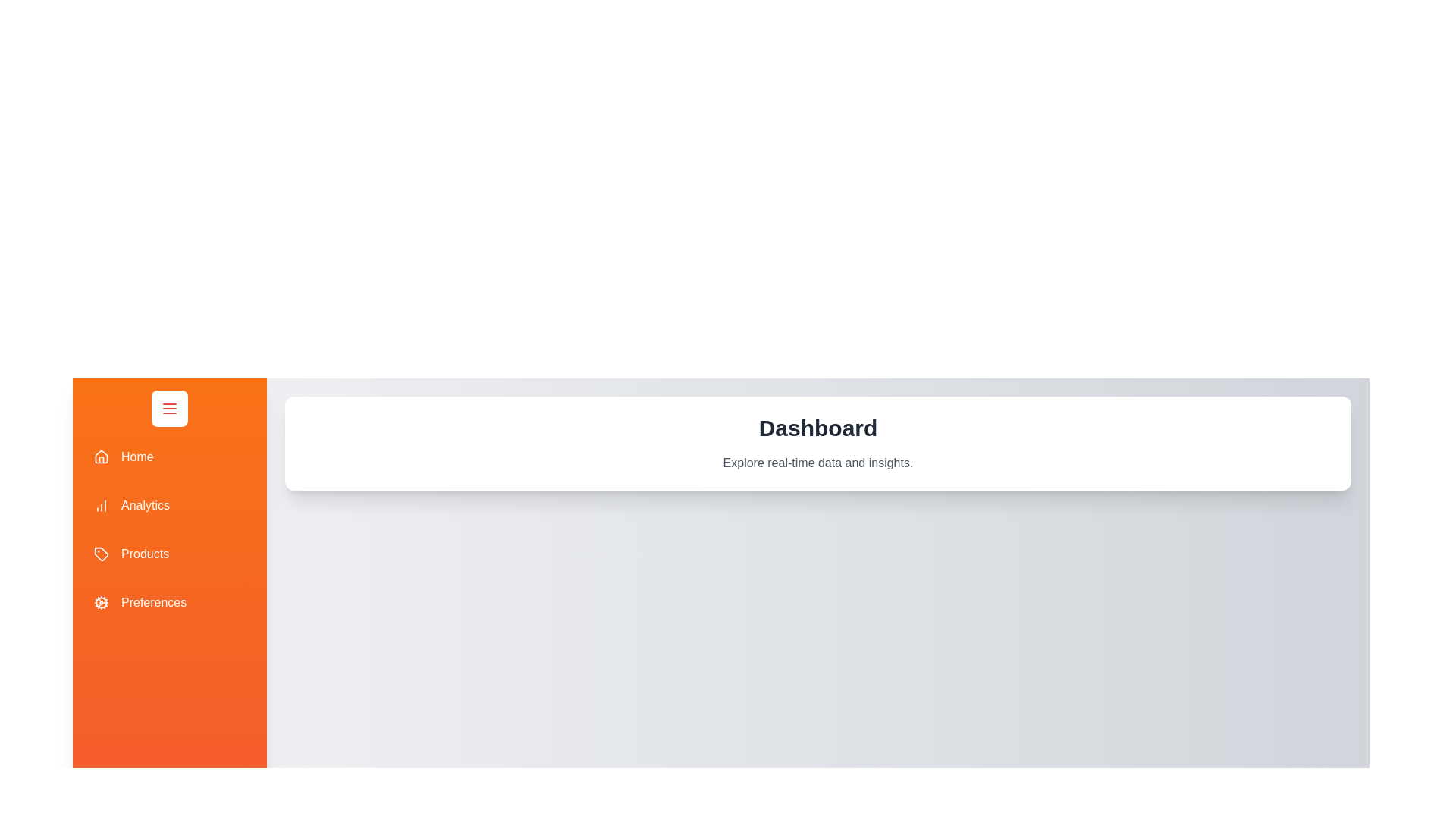 The height and width of the screenshot is (819, 1456). Describe the element at coordinates (170, 506) in the screenshot. I see `the drawer item labeled 'Analytics' to observe its hover effect` at that location.